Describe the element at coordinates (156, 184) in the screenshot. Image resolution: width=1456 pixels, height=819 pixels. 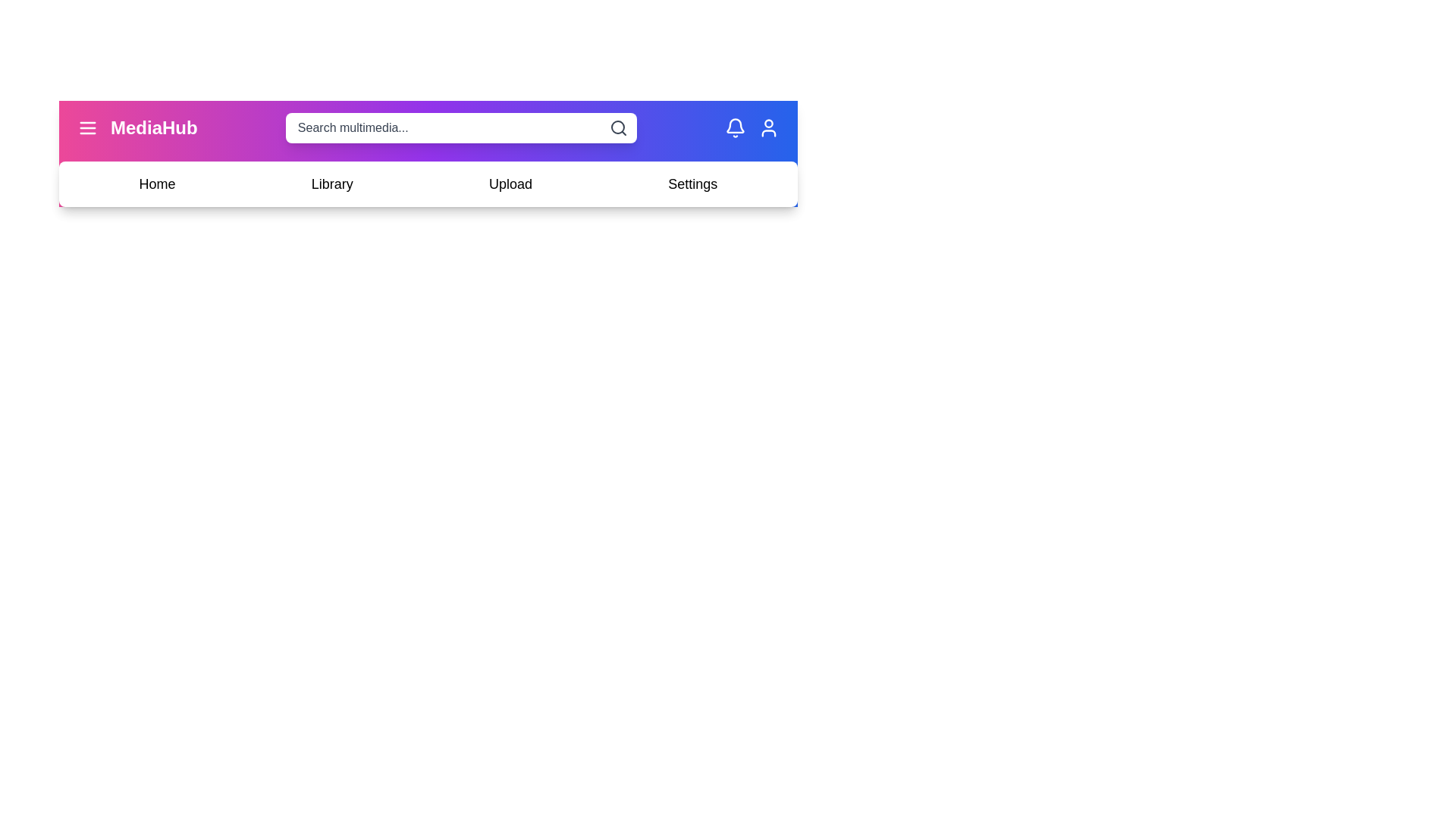
I see `the navigation item Home to navigate to the respective section` at that location.